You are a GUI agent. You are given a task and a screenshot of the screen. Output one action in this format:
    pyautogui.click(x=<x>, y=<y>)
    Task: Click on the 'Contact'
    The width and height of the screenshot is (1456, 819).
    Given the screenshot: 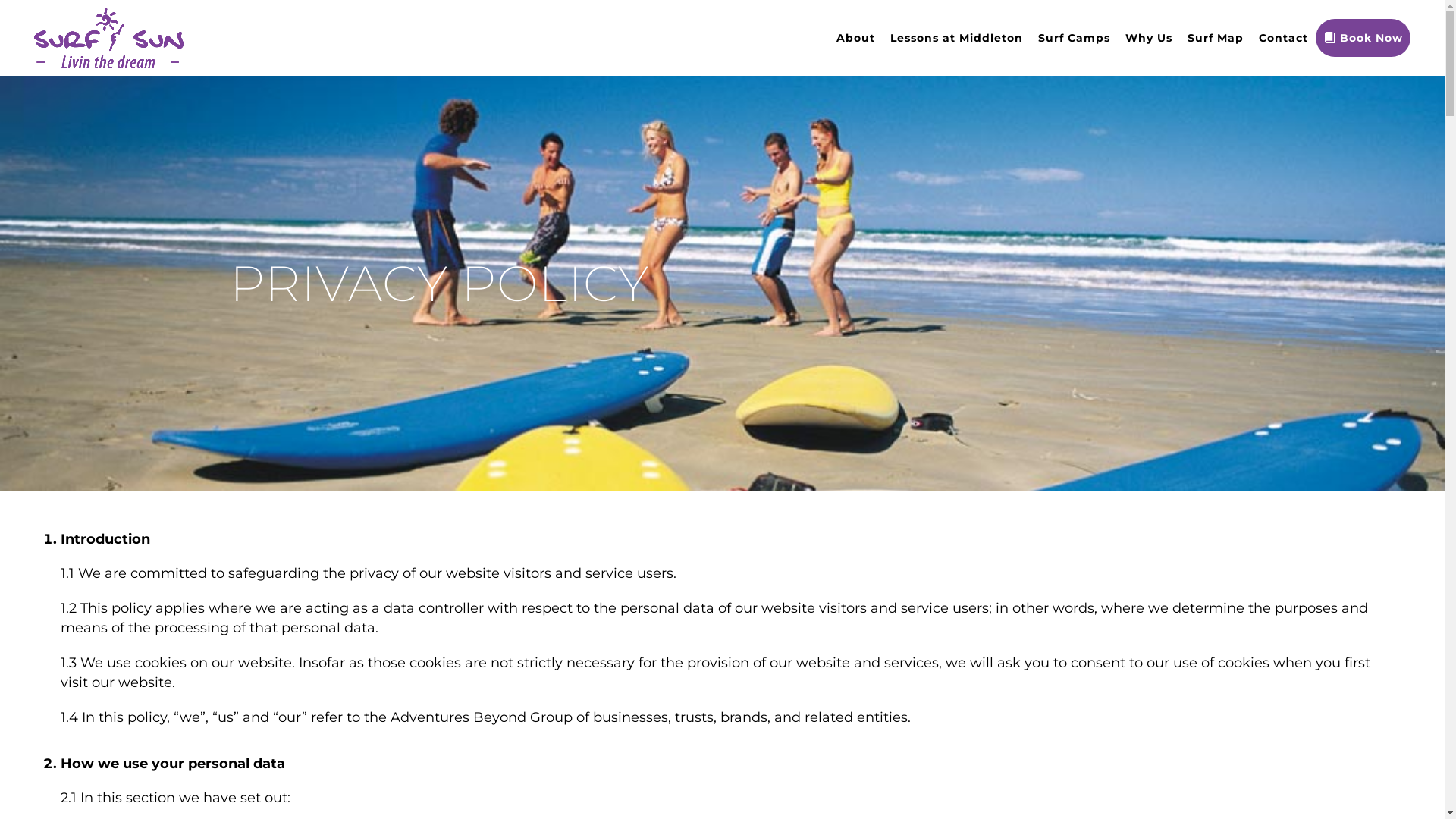 What is the action you would take?
    pyautogui.click(x=1282, y=37)
    